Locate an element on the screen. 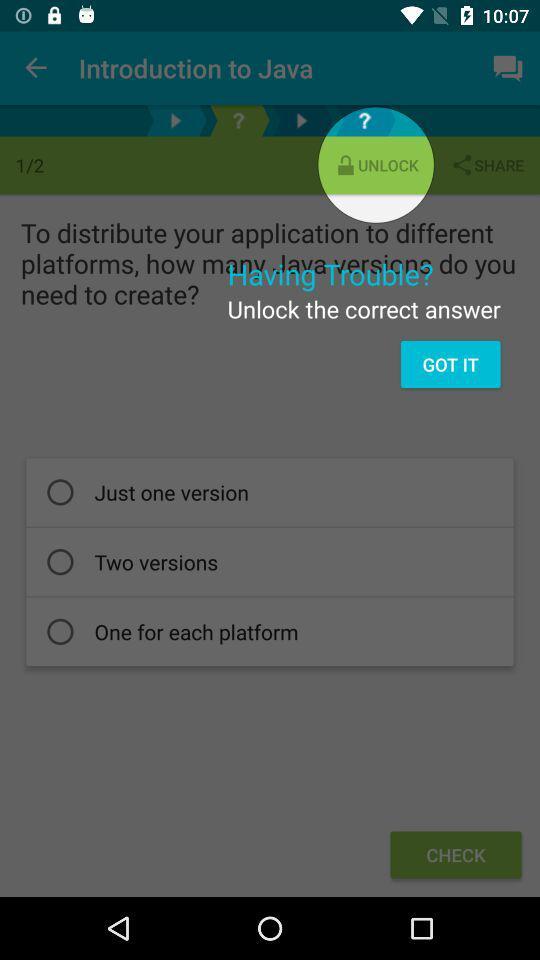 The width and height of the screenshot is (540, 960). the help icon is located at coordinates (238, 120).